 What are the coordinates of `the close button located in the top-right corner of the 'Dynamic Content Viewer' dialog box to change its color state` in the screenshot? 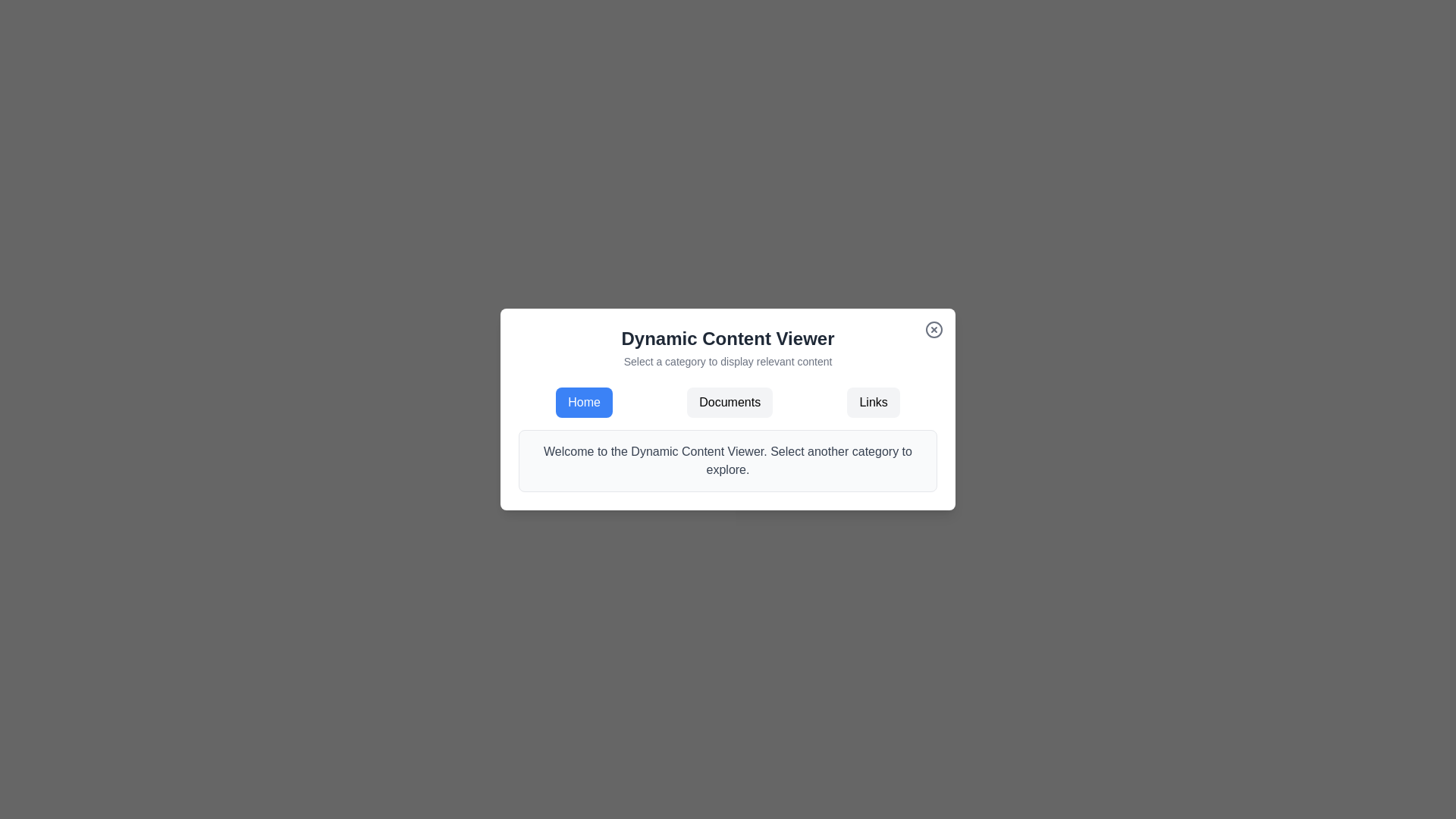 It's located at (934, 329).